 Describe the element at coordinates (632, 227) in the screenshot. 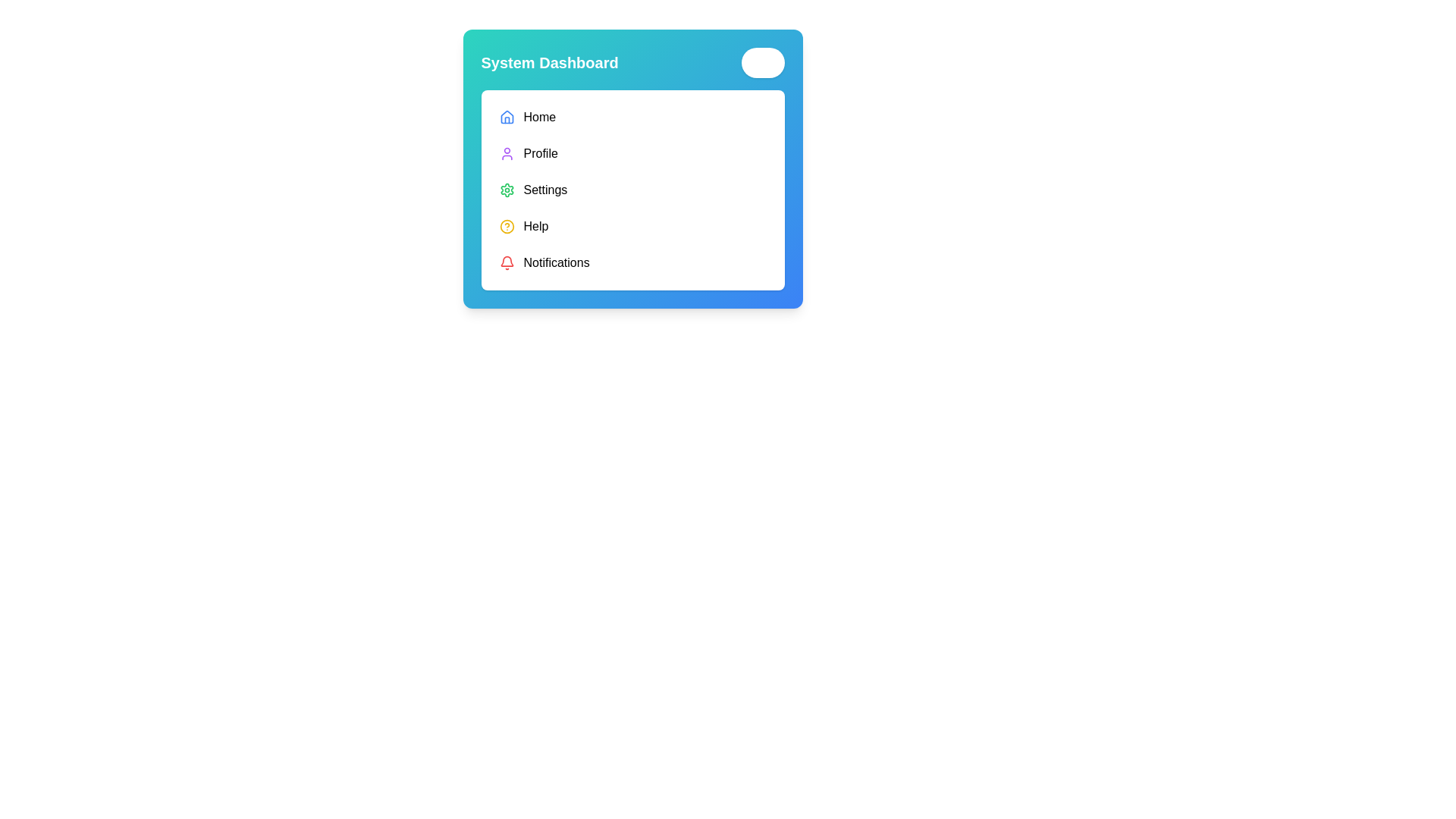

I see `the navigational button located in the sidebar panel` at that location.